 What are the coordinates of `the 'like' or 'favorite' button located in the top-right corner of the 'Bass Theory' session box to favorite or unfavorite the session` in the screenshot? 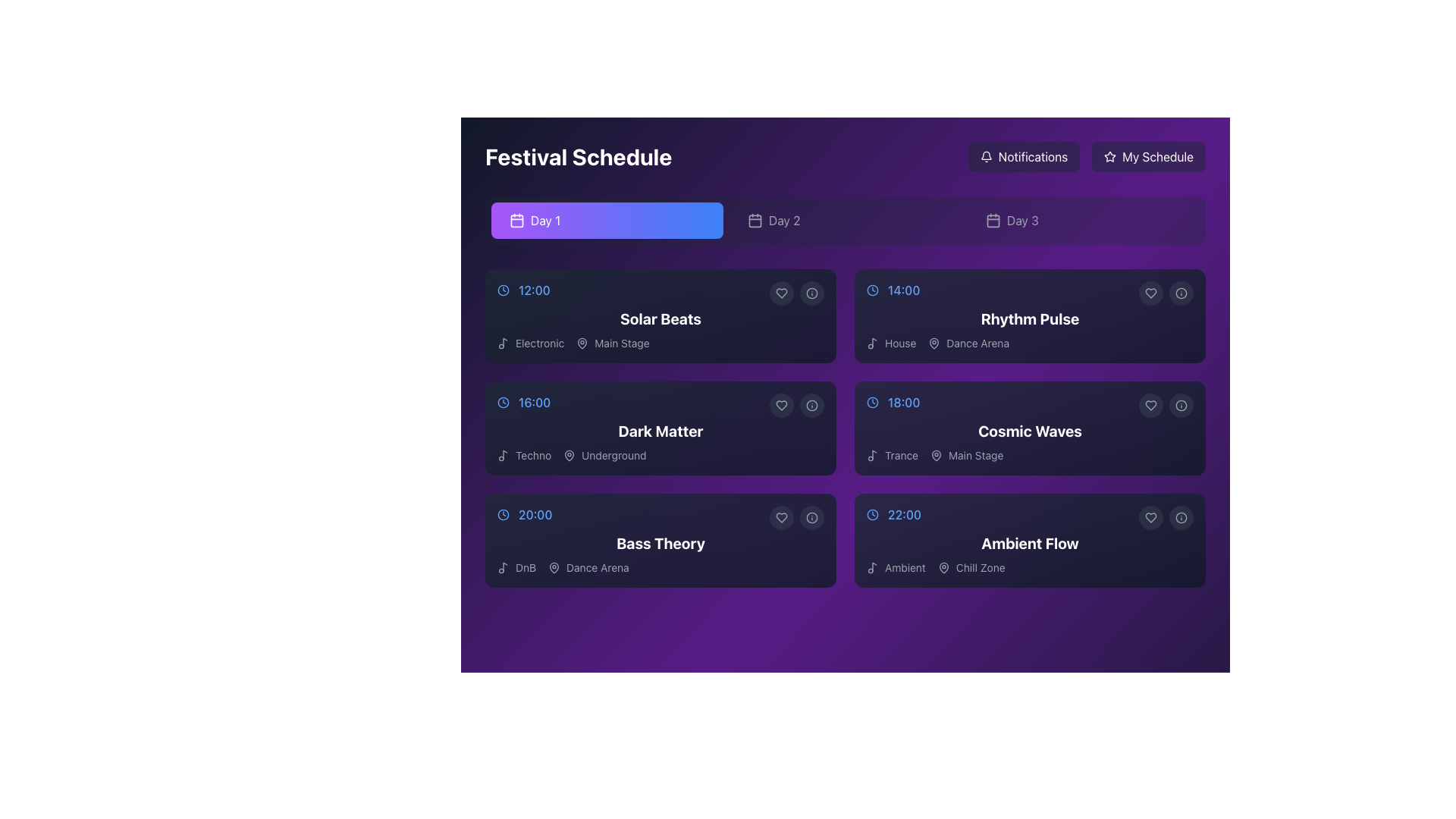 It's located at (782, 516).